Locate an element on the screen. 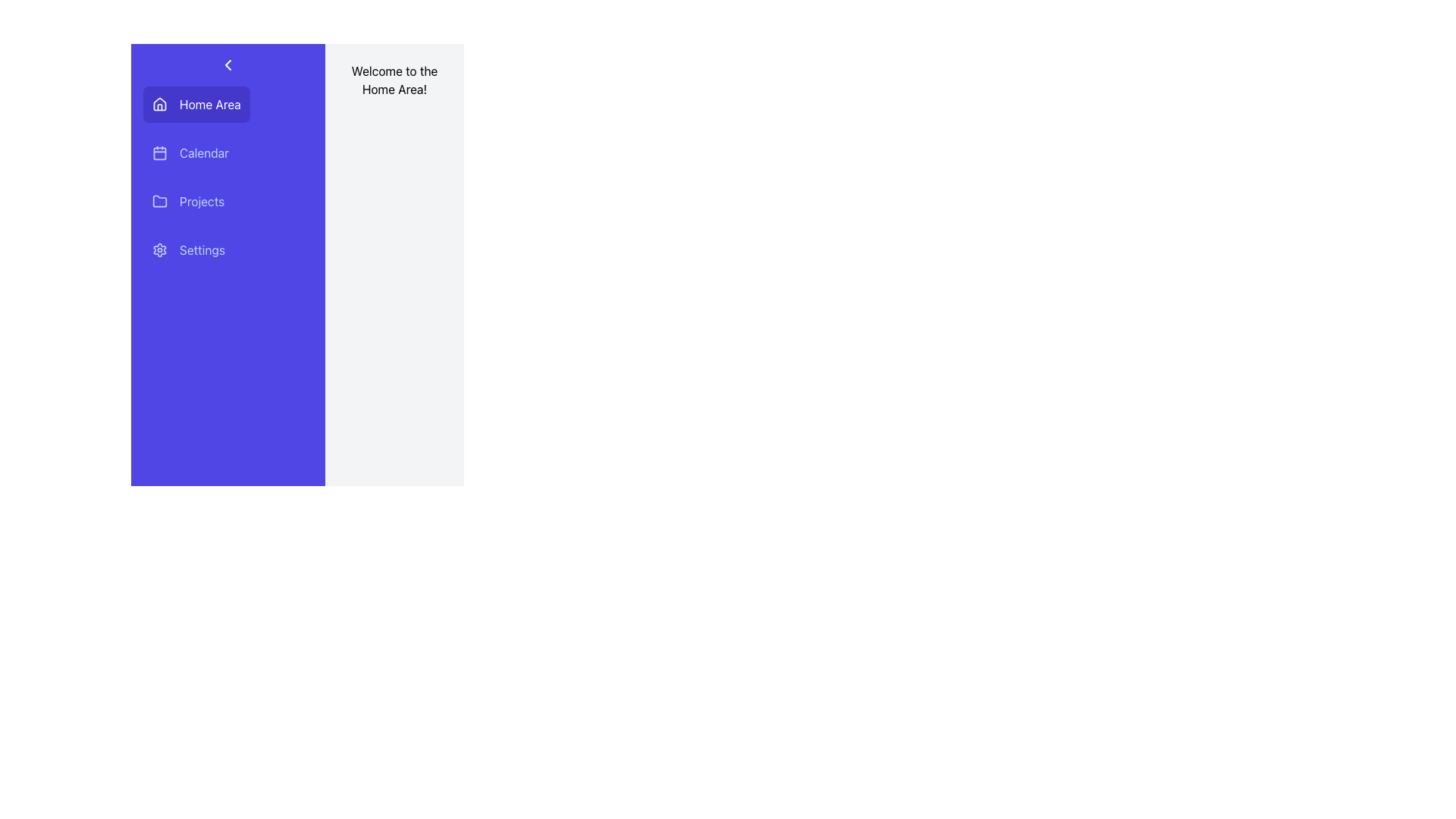 The height and width of the screenshot is (819, 1456). the 'Home Area' icon located in the sidebar menu by moving the cursor to its center point is located at coordinates (160, 103).